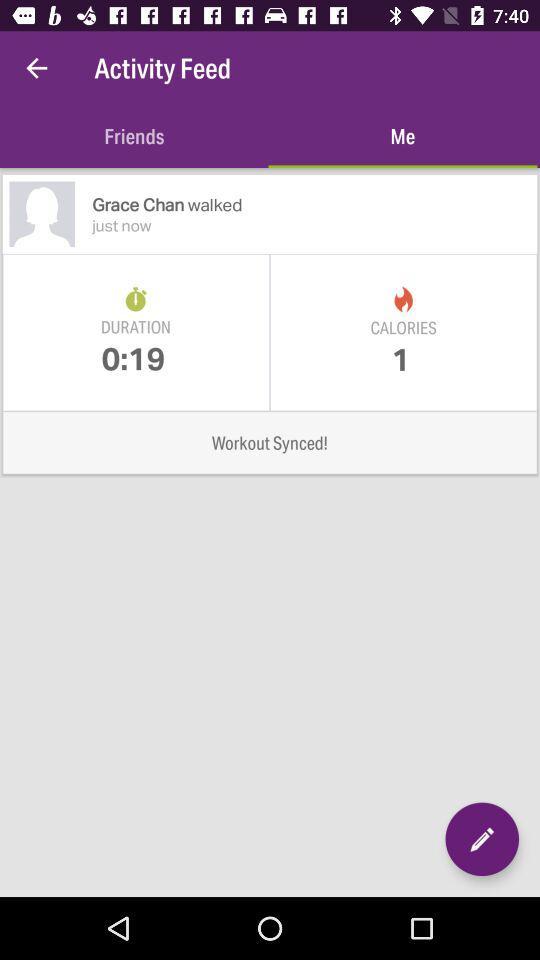 This screenshot has width=540, height=960. Describe the element at coordinates (314, 204) in the screenshot. I see `icon below friends` at that location.